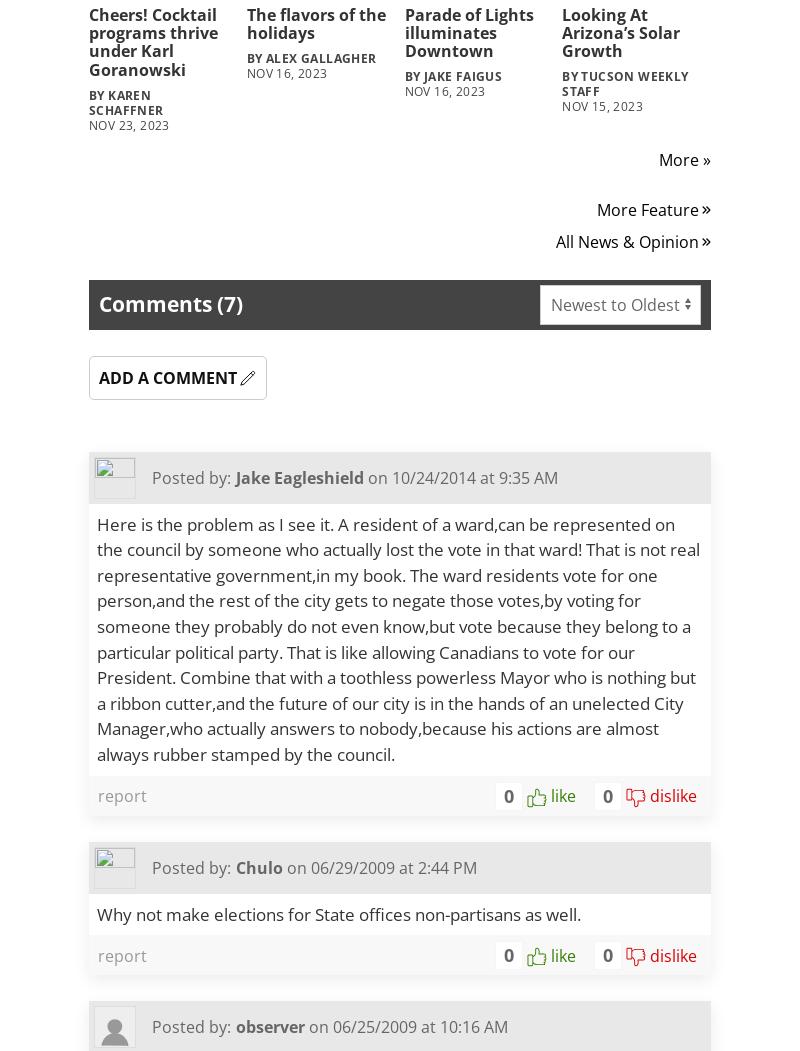  What do you see at coordinates (562, 32) in the screenshot?
I see `'Looking At Arizona’s Solar Growth'` at bounding box center [562, 32].